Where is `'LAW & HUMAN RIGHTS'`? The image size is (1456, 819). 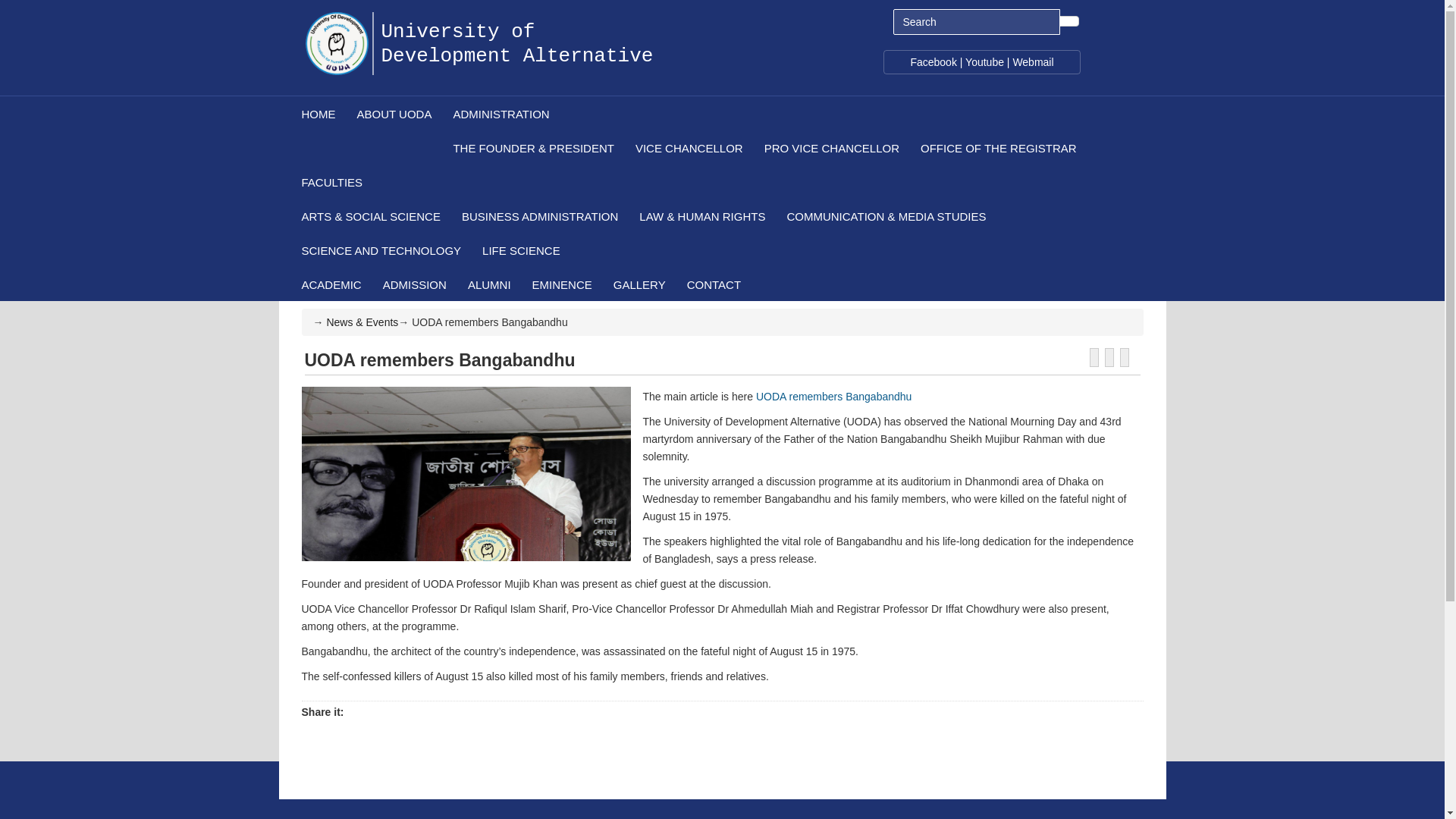
'LAW & HUMAN RIGHTS' is located at coordinates (701, 215).